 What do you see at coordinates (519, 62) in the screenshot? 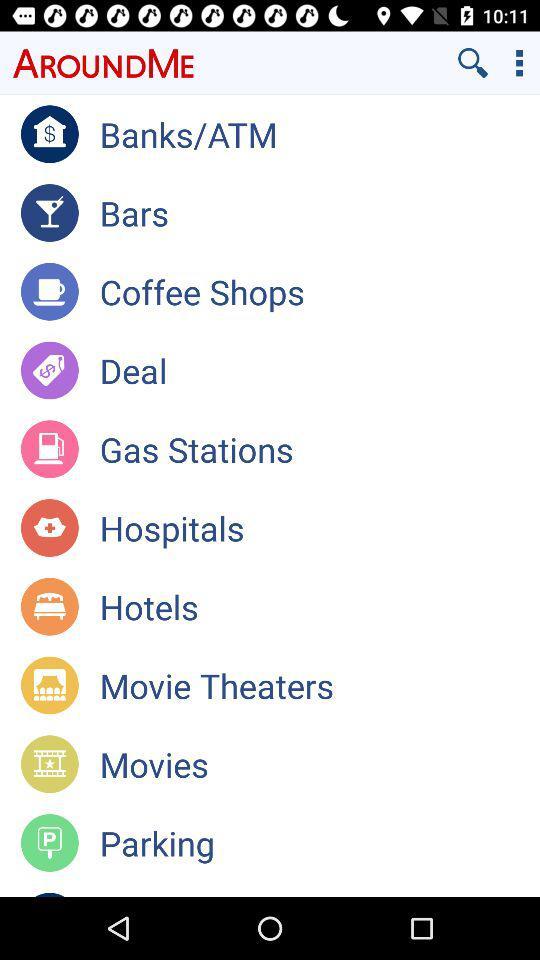
I see `menu button` at bounding box center [519, 62].